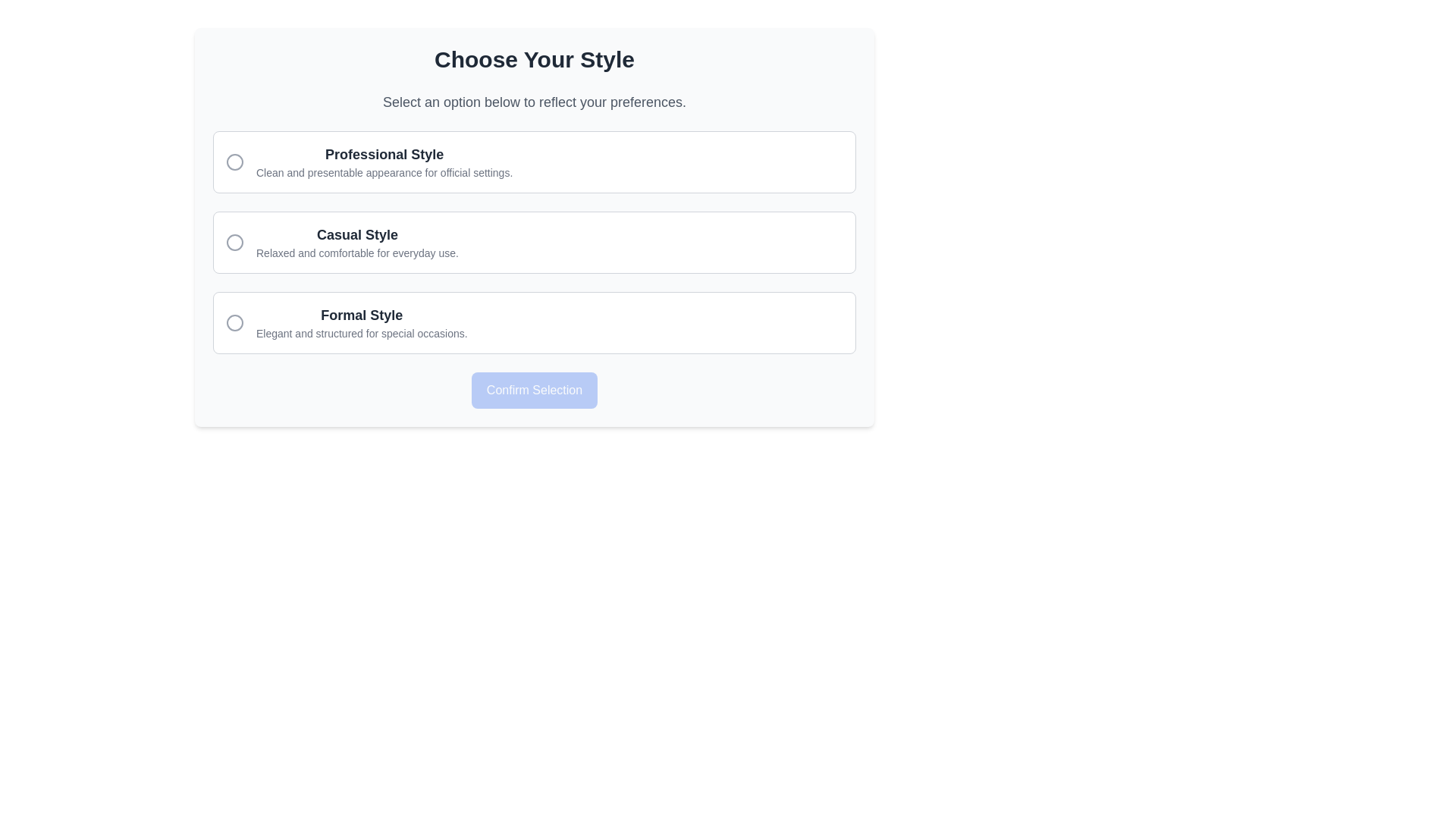  I want to click on the text label 'Professional Style', which is styled in bold dark gray and serves as the header of the first option in a vertical list of selectable styles, so click(384, 155).